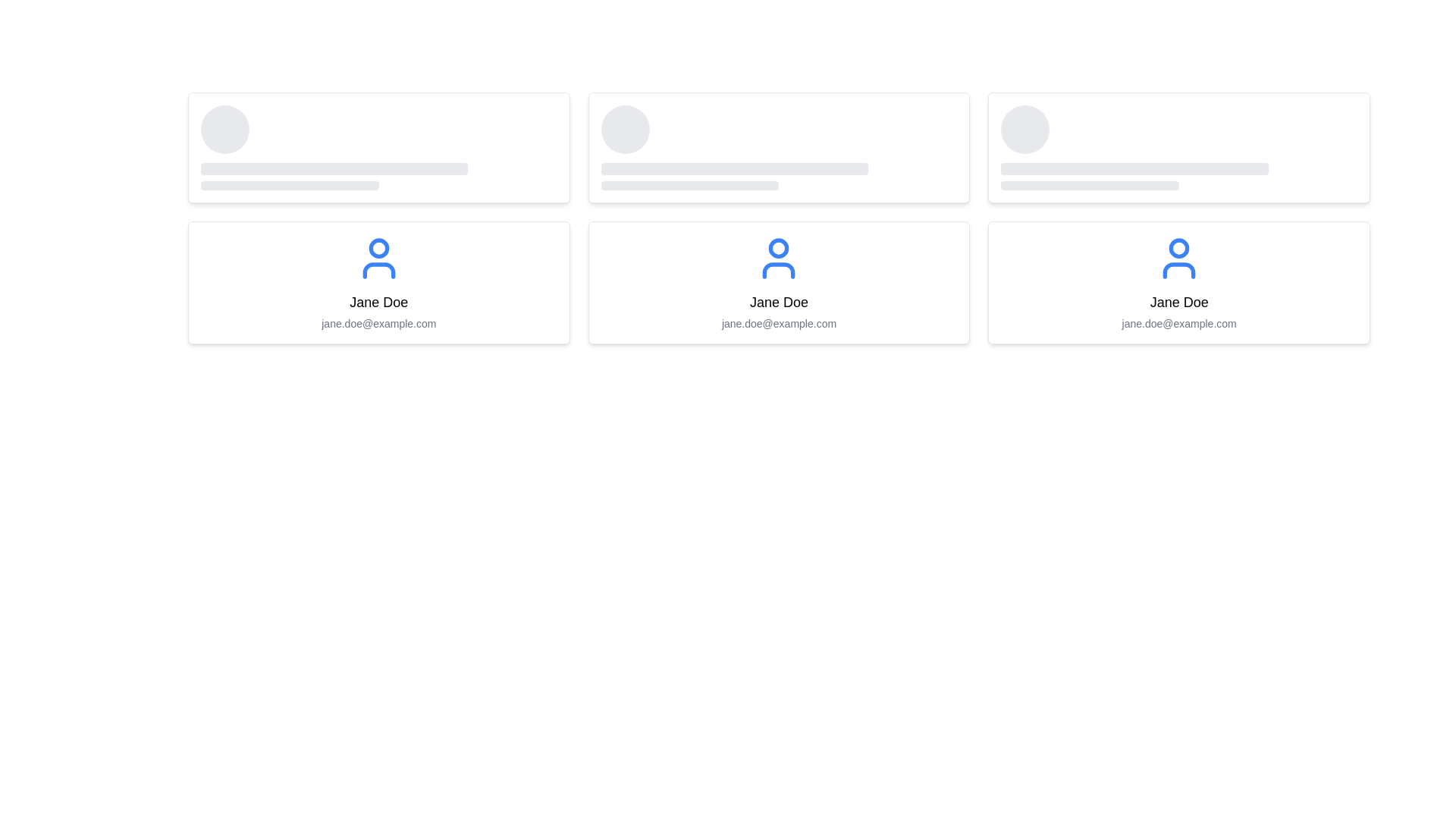 The image size is (1456, 819). Describe the element at coordinates (779, 257) in the screenshot. I see `the user profile icon, which is an outlined person figure with a blue color, located in the center of a grid card displaying 'Jane Doe' and 'jane.doe@example.com'` at that location.